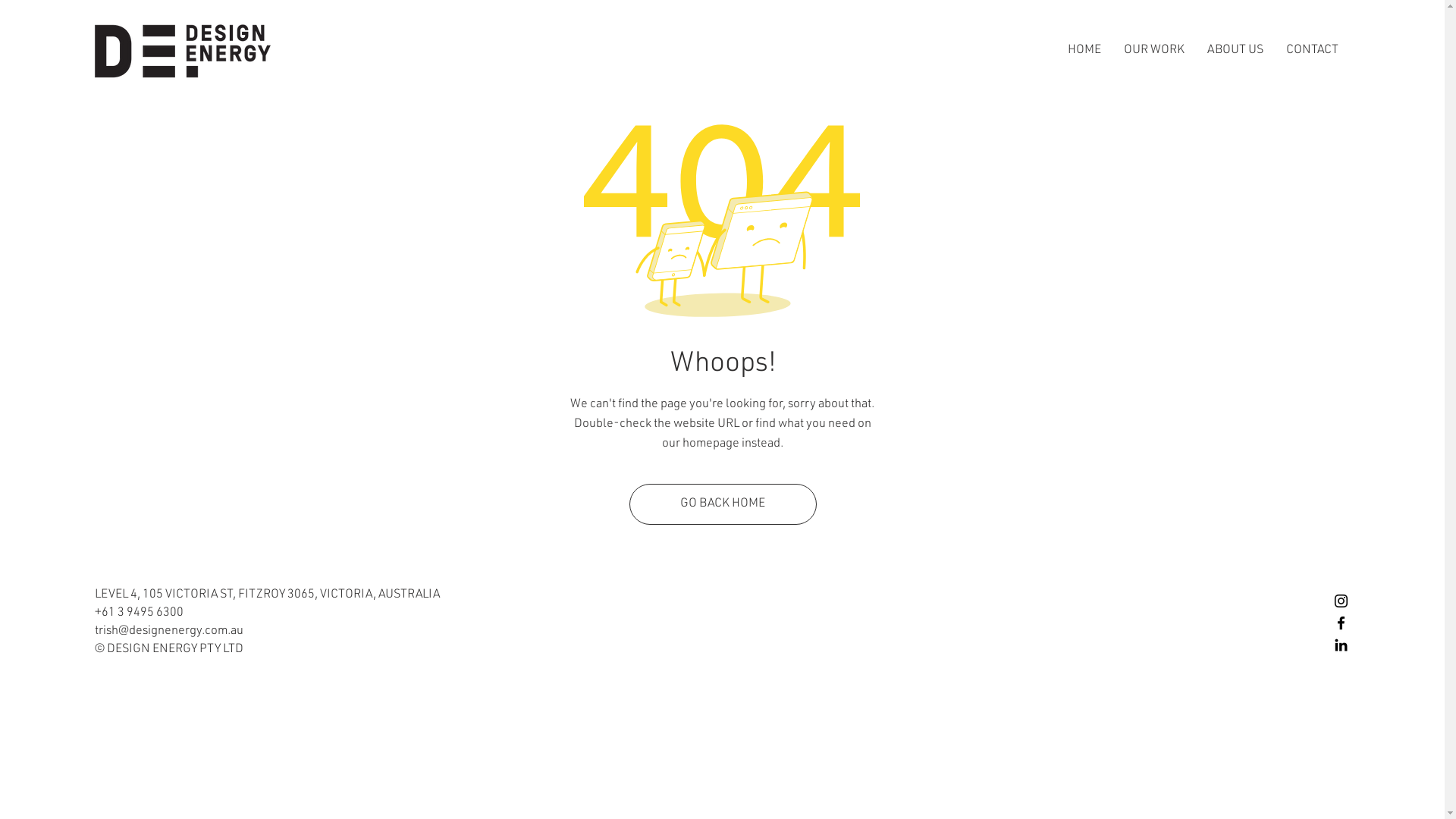 This screenshot has height=819, width=1456. Describe the element at coordinates (168, 632) in the screenshot. I see `'trish@designenergy.com.au'` at that location.